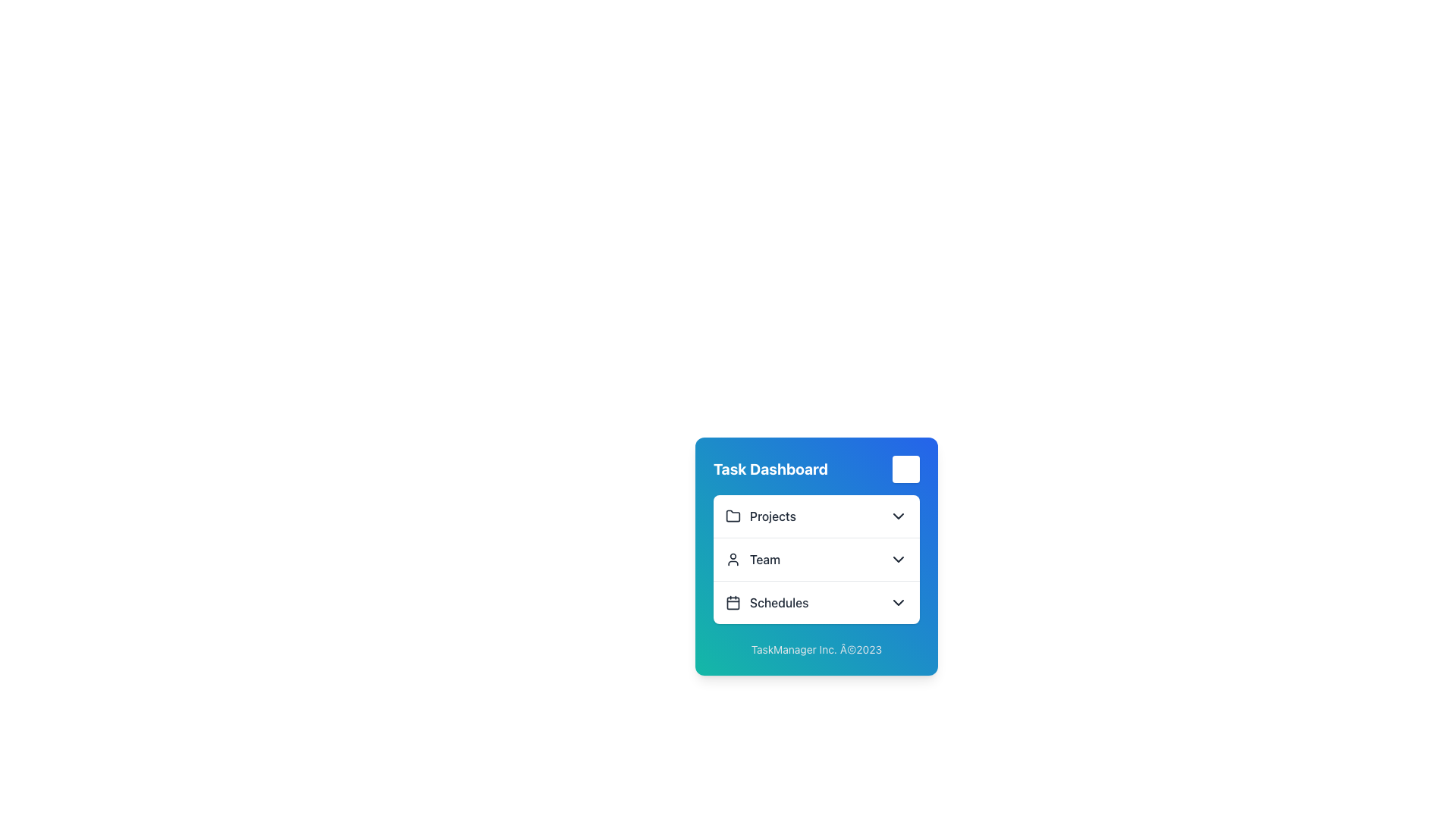  I want to click on the 'Team' dropdown button located within a white background section, which is the second option in a list of three items, so click(815, 559).